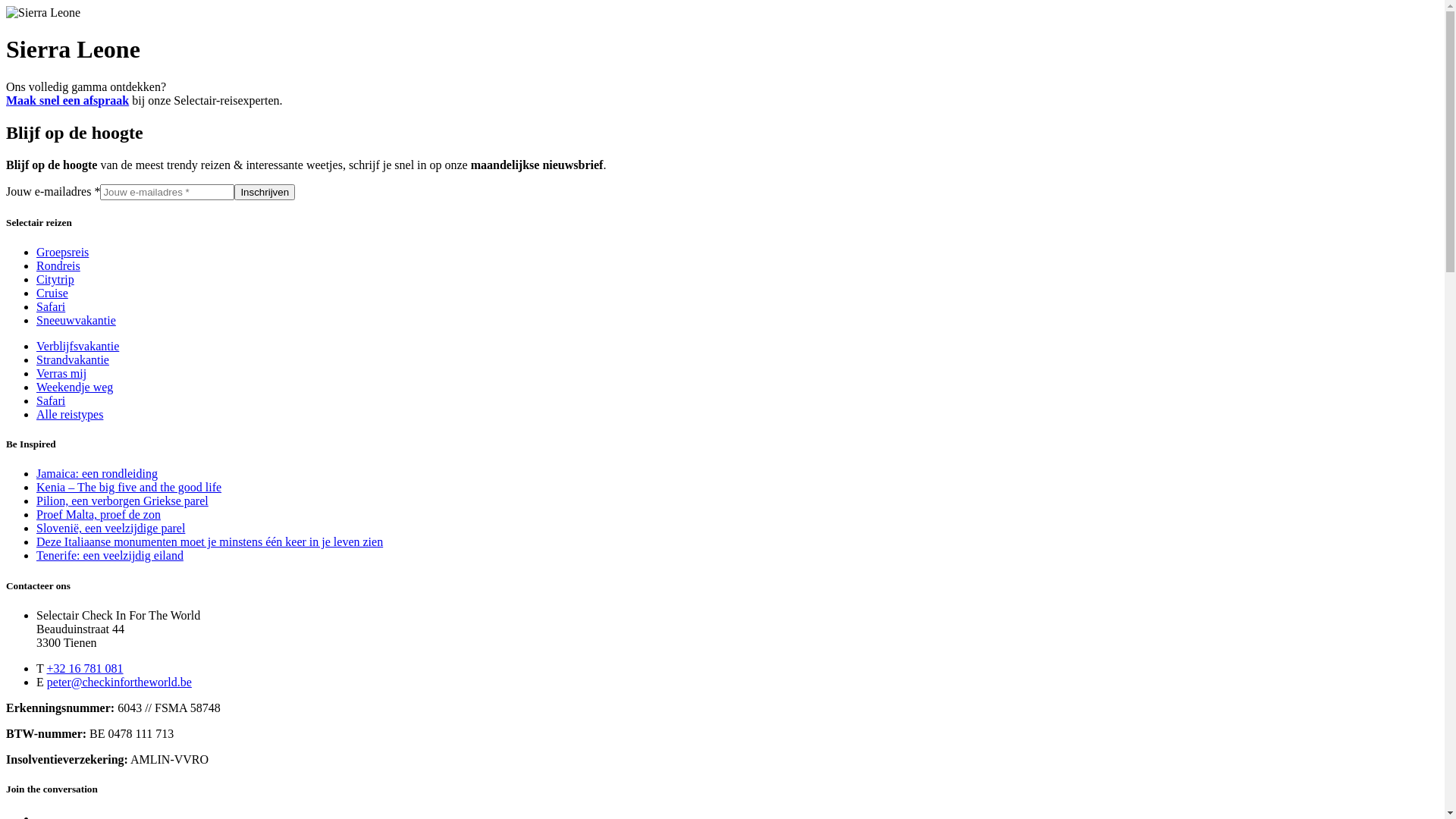  Describe the element at coordinates (72, 359) in the screenshot. I see `'Strandvakantie'` at that location.